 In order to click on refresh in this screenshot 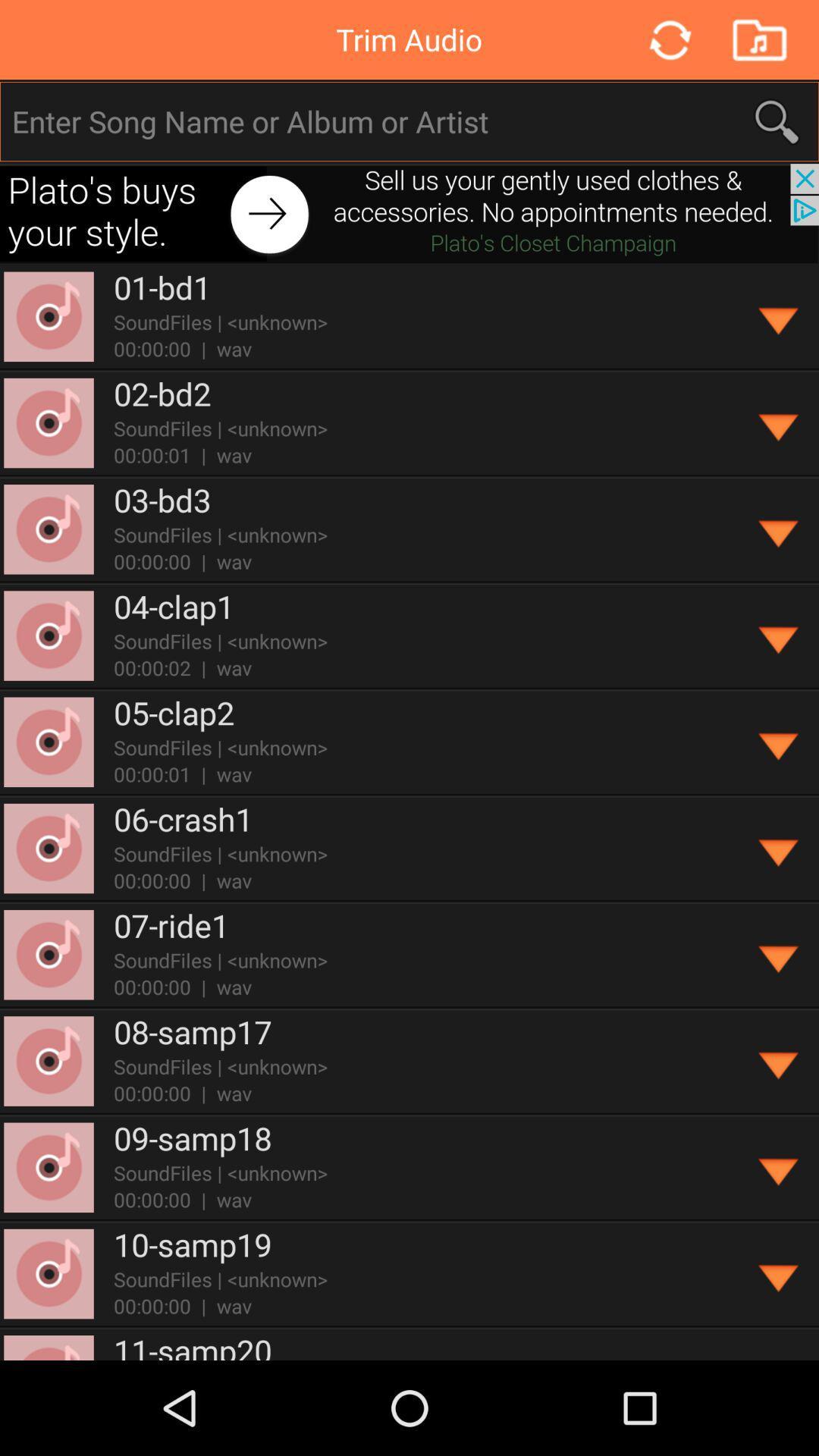, I will do `click(668, 39)`.